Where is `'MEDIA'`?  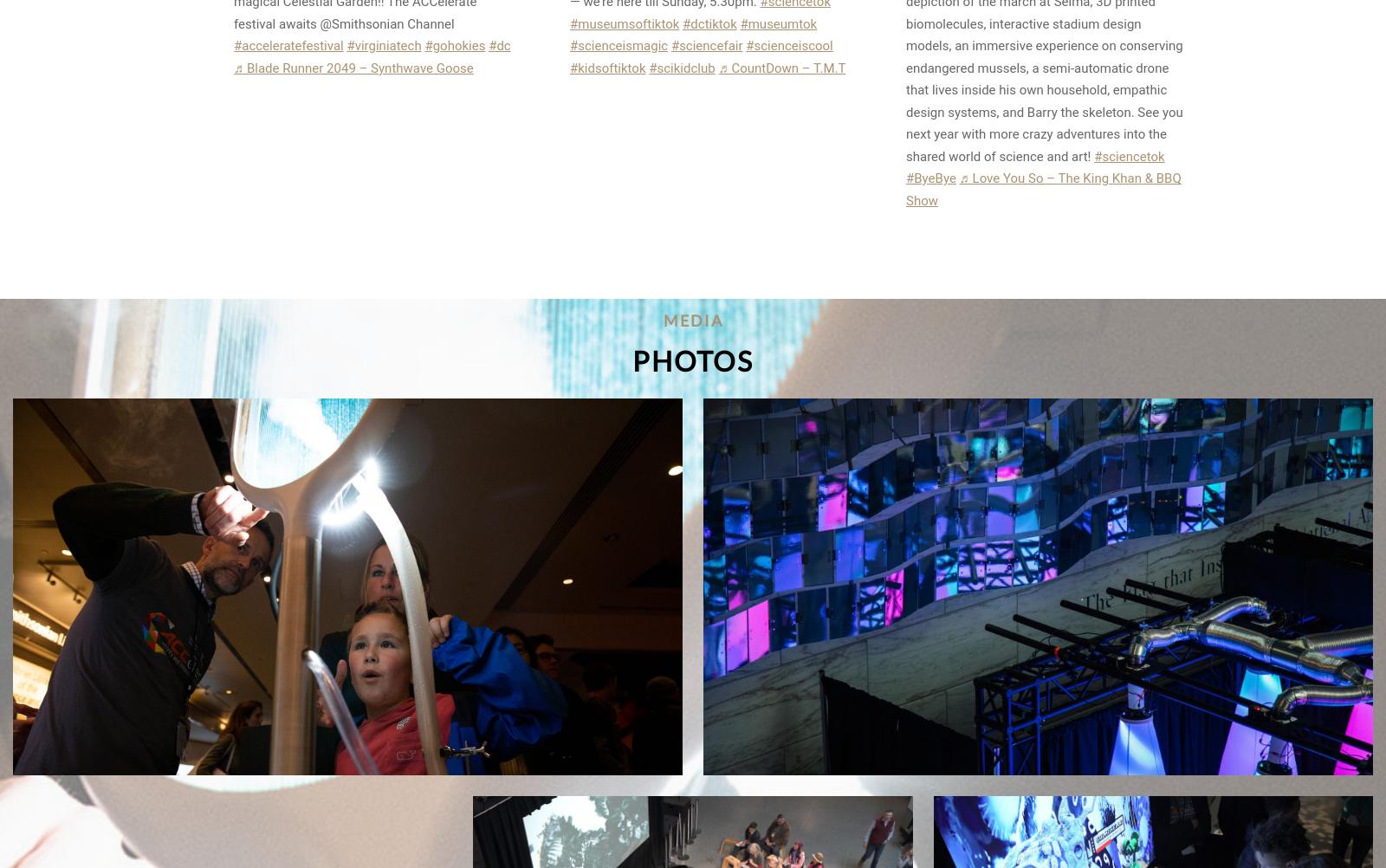 'MEDIA' is located at coordinates (692, 321).